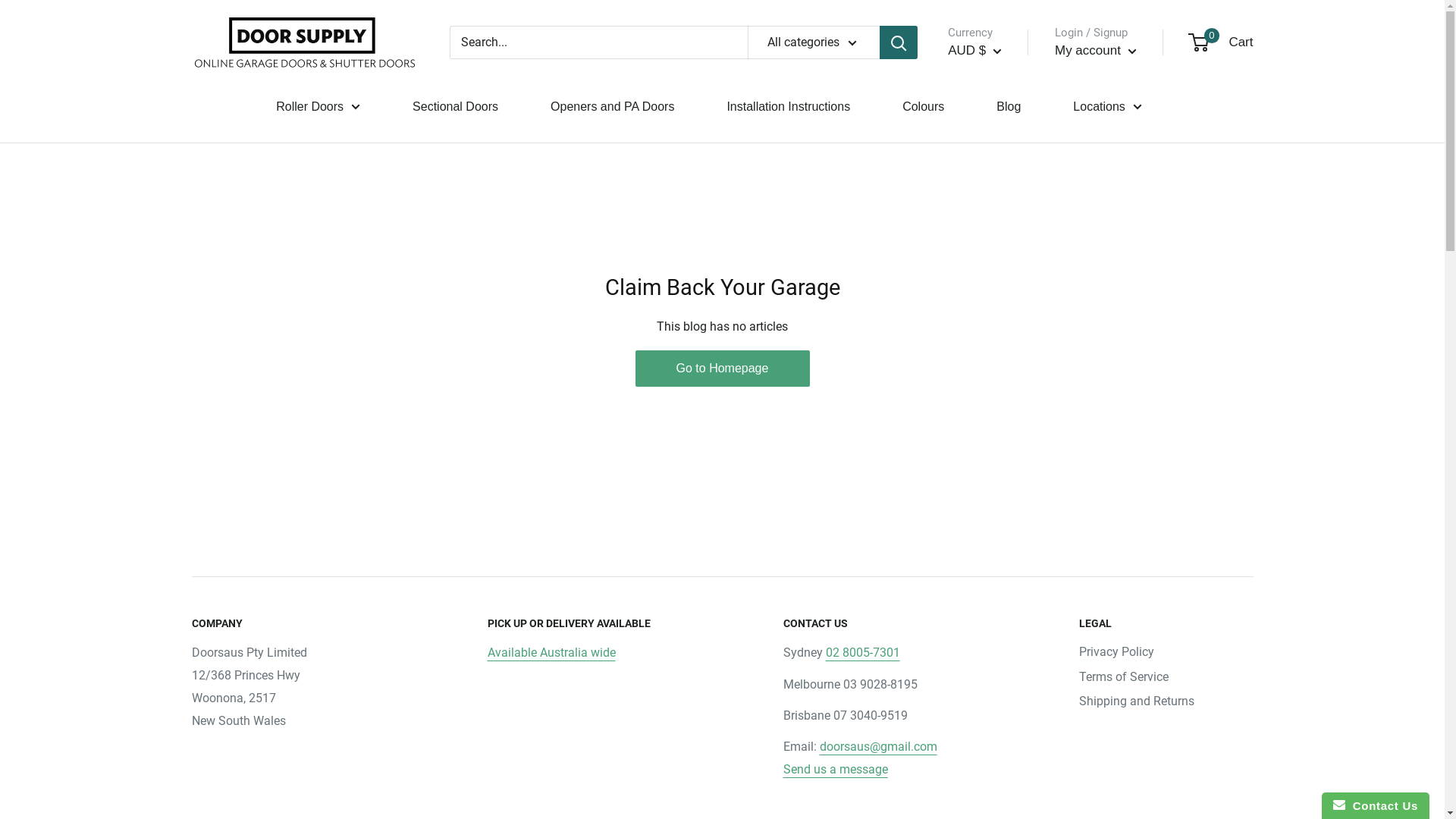  What do you see at coordinates (1164, 701) in the screenshot?
I see `'Shipping and Returns'` at bounding box center [1164, 701].